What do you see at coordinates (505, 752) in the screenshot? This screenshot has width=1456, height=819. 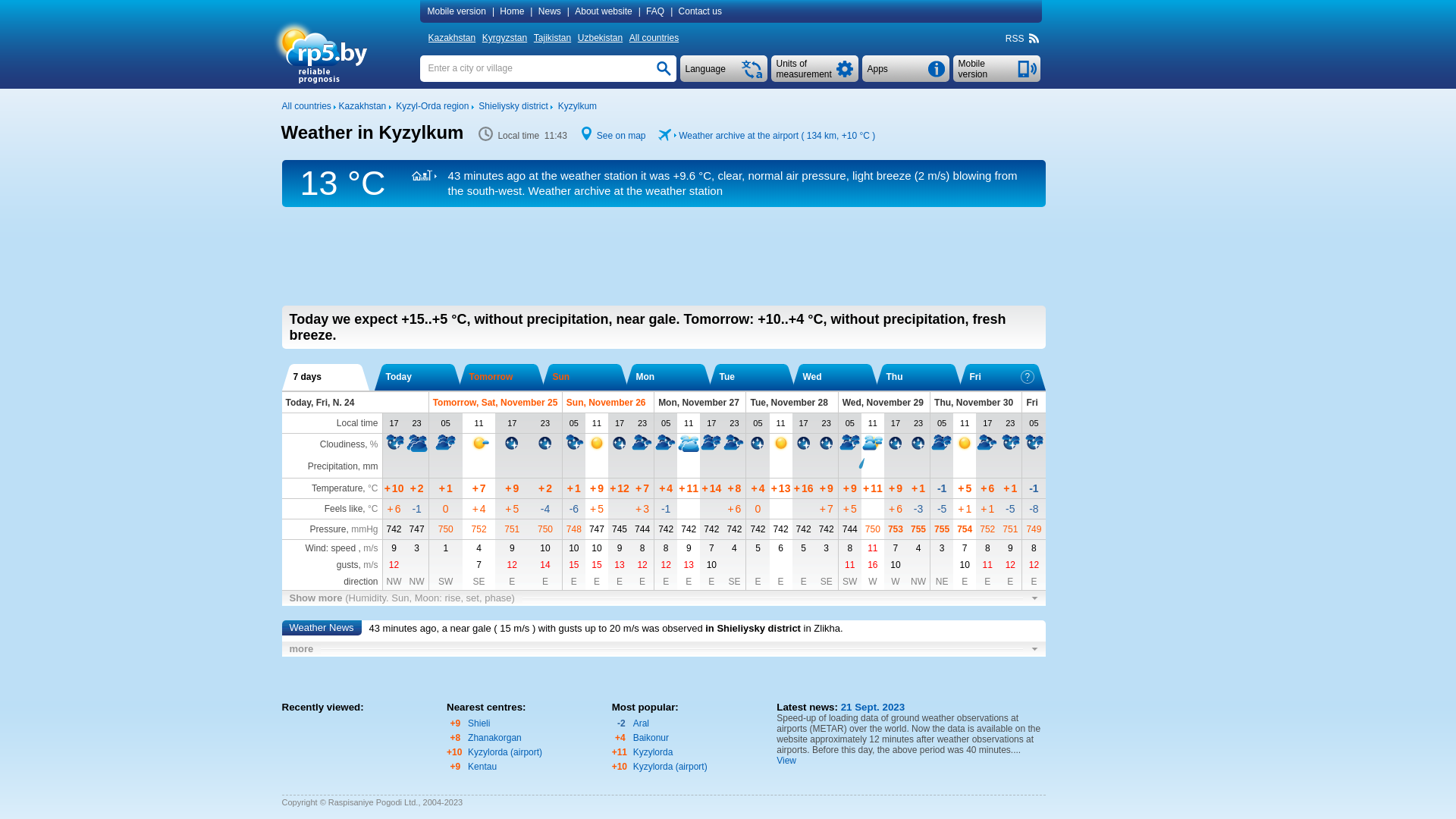 I see `'Kyzylorda (airport)'` at bounding box center [505, 752].